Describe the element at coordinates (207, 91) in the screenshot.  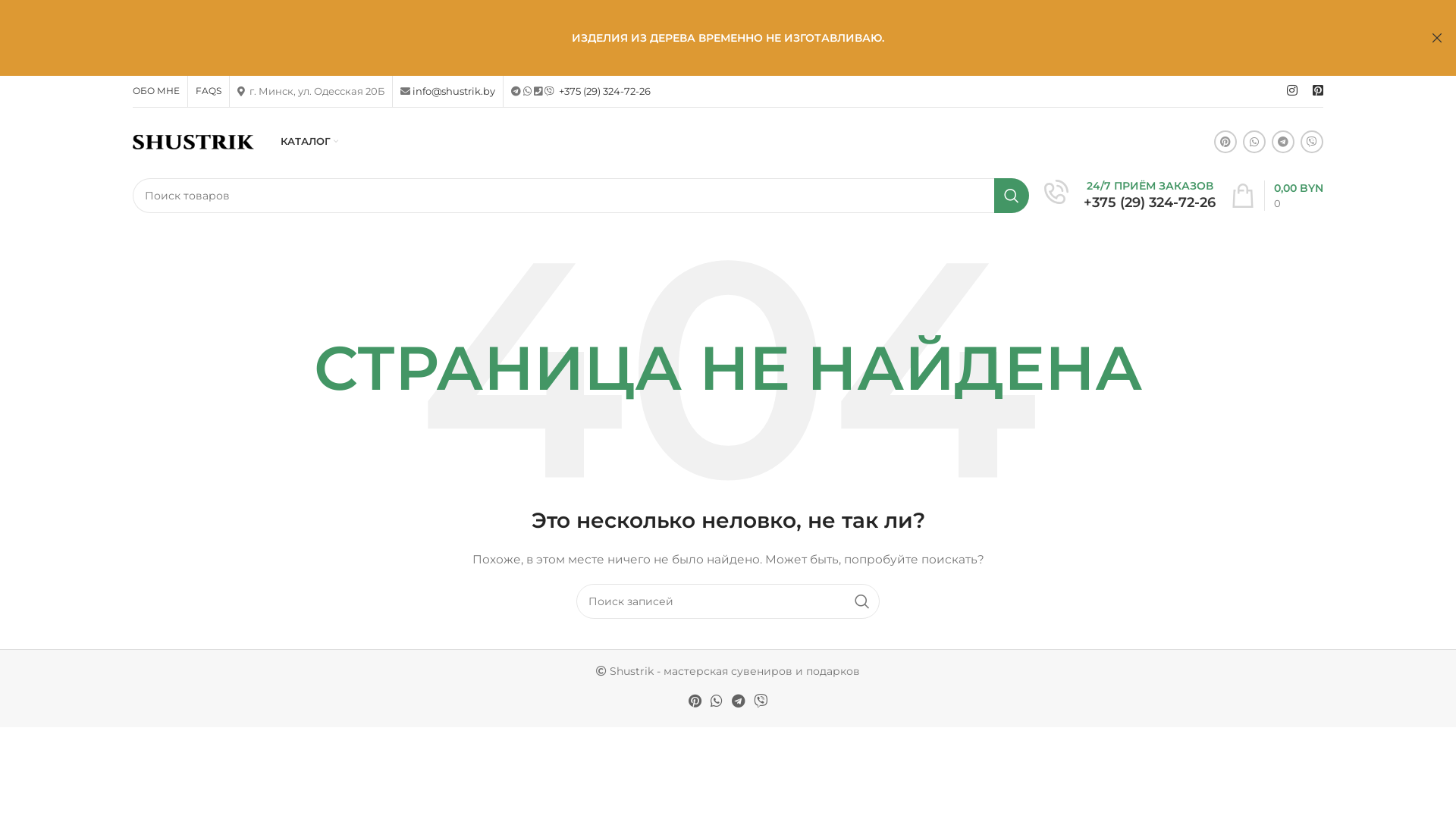
I see `'FAQS'` at that location.